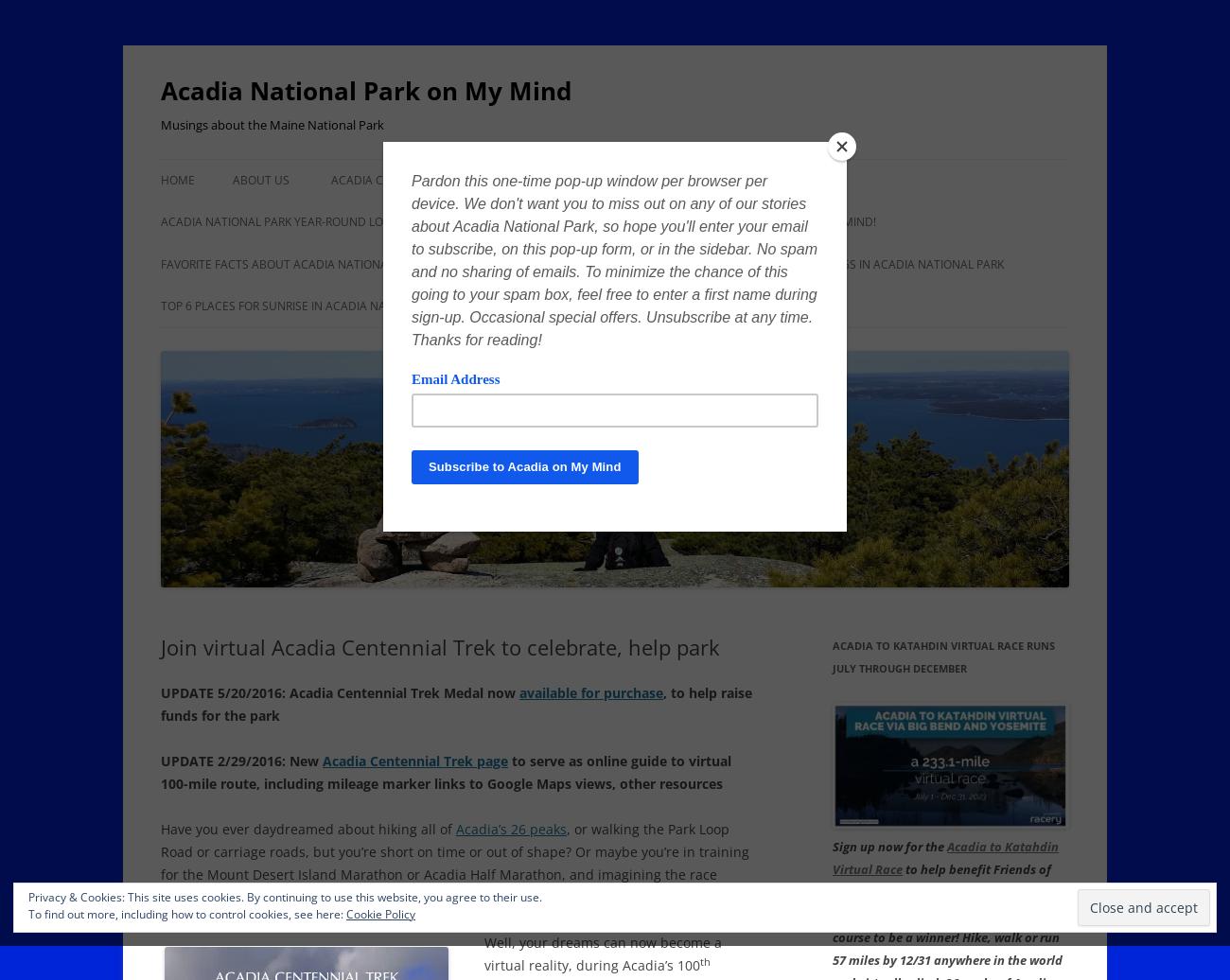 The height and width of the screenshot is (980, 1230). What do you see at coordinates (329, 180) in the screenshot?
I see `'Acadia Centennial Partners'` at bounding box center [329, 180].